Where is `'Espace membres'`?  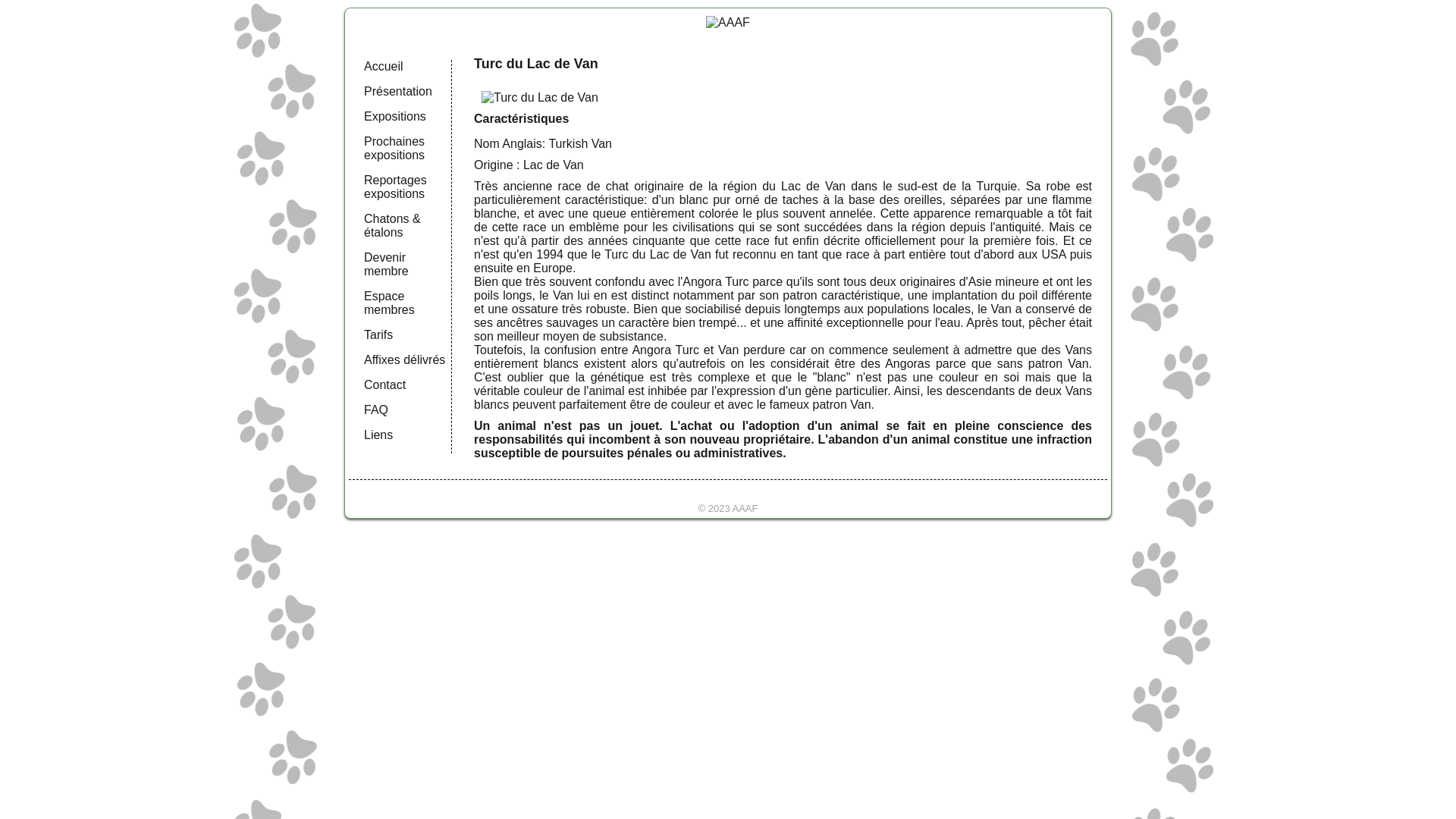
'Espace membres' is located at coordinates (389, 303).